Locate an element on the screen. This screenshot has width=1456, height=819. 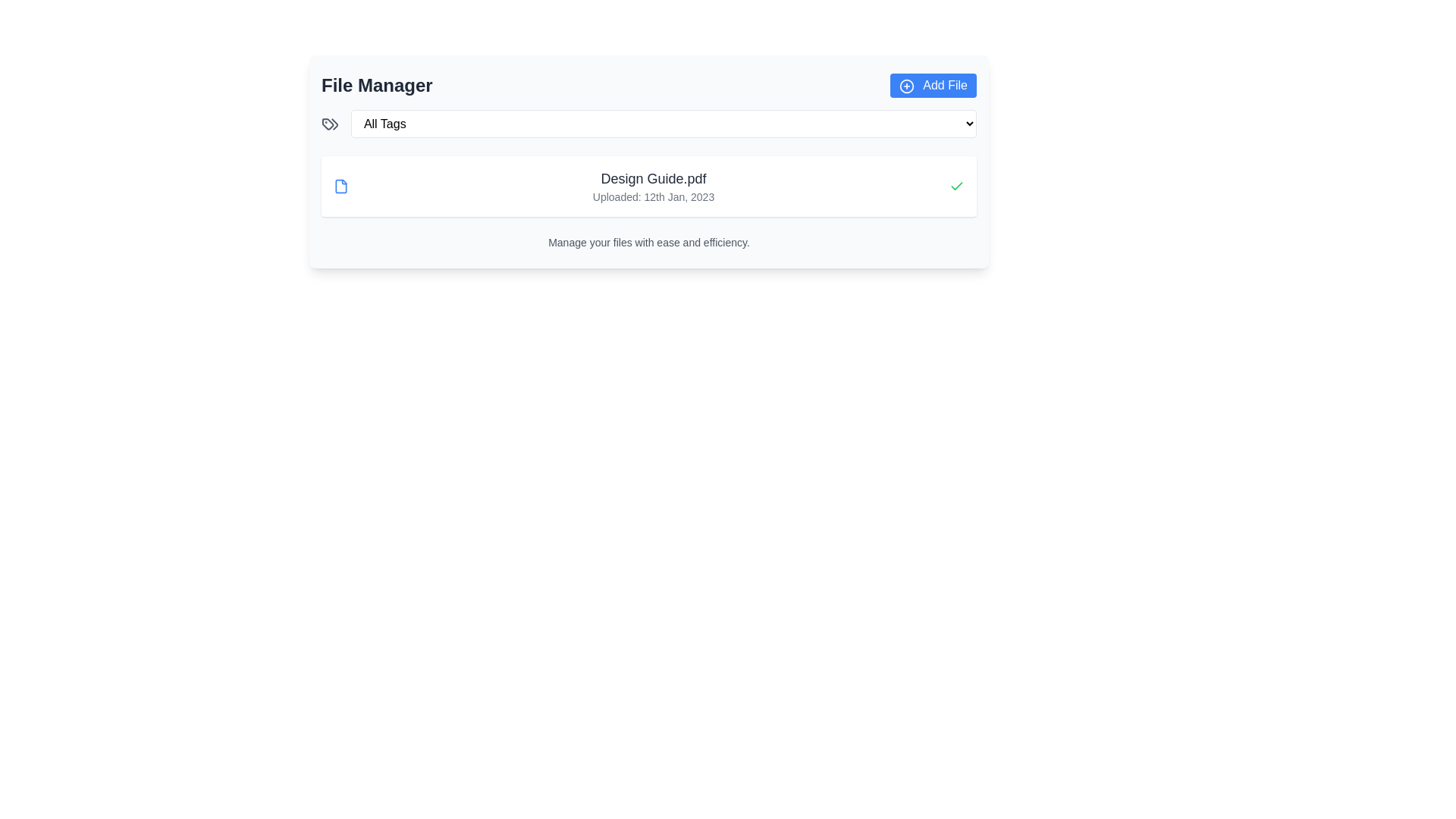
the informational text at the bottom of the 'File Manager' section, which describes the purpose of the feature is located at coordinates (648, 242).